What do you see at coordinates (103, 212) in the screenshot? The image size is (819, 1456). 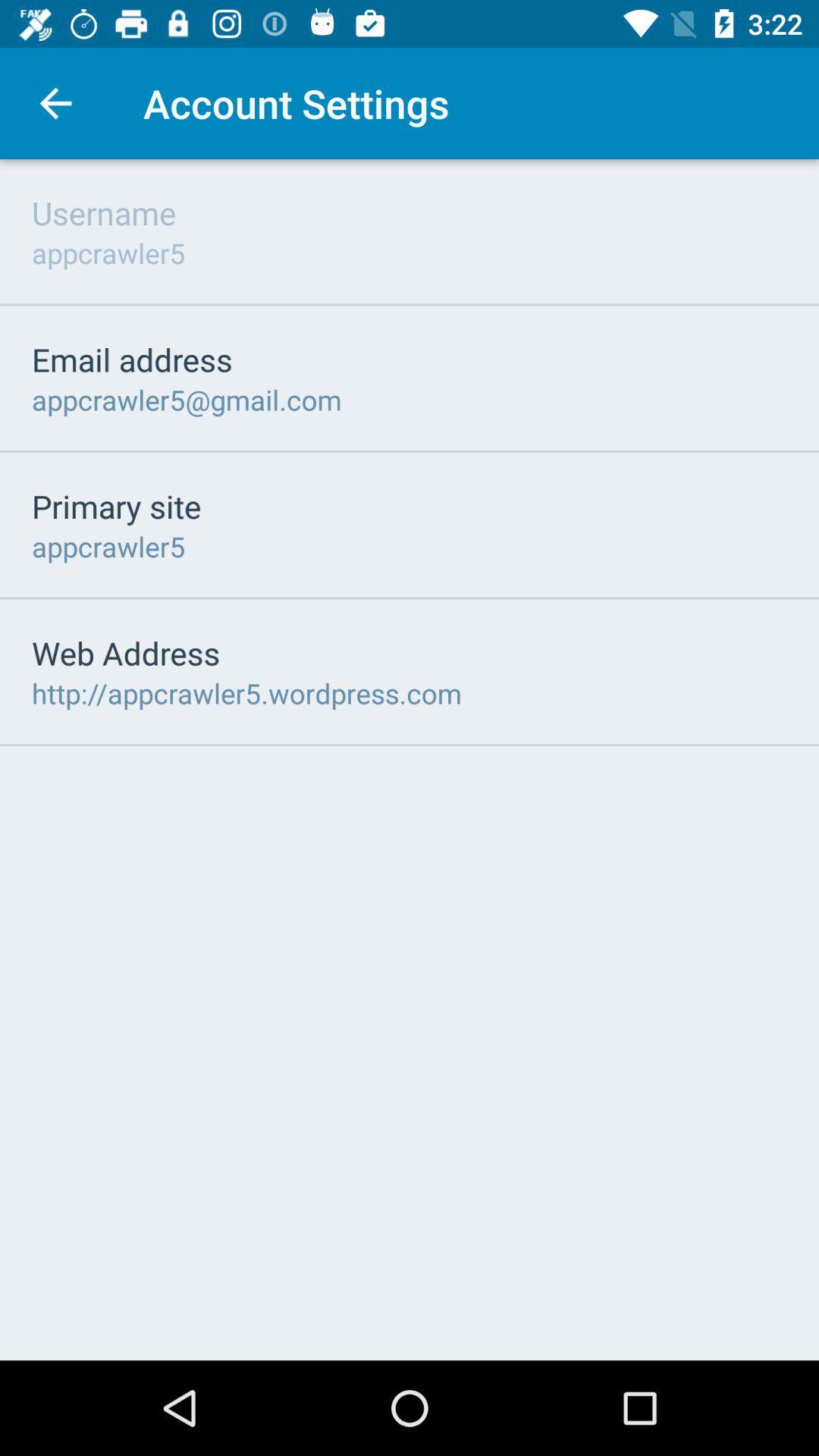 I see `the username` at bounding box center [103, 212].